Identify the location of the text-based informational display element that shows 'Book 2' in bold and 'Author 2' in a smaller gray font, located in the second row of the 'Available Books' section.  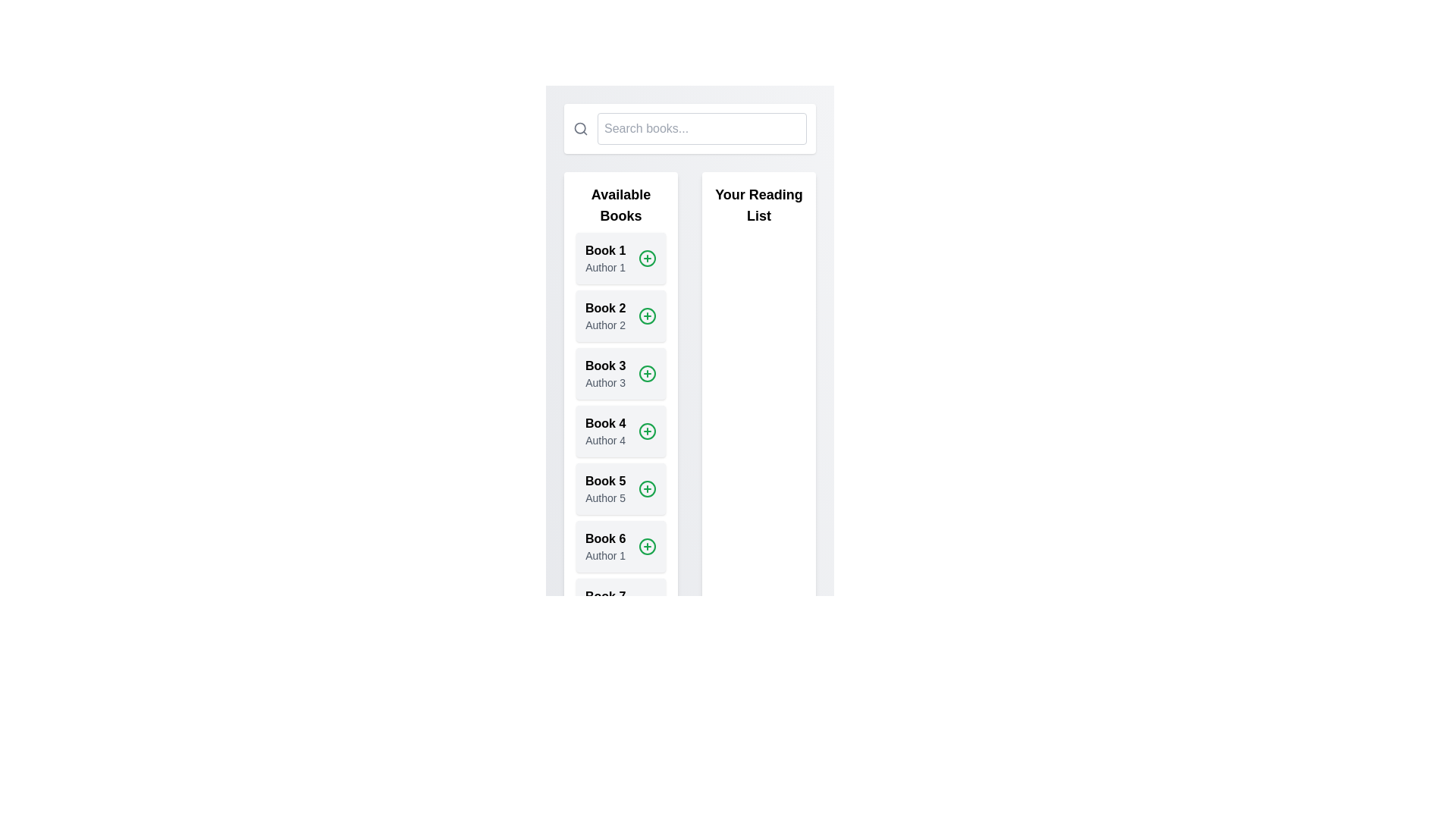
(604, 315).